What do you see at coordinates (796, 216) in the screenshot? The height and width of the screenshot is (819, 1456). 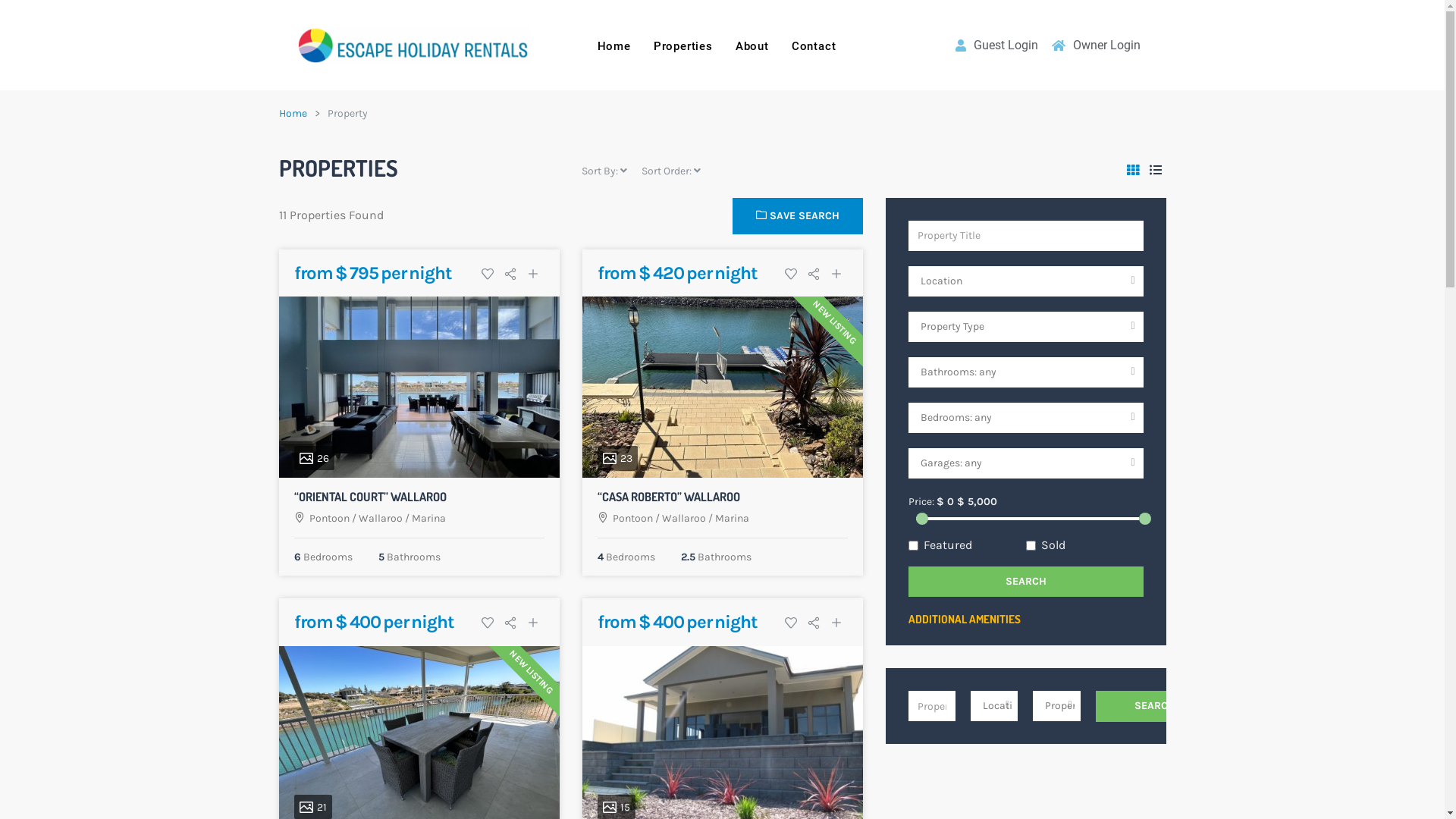 I see `'SAVE SEARCH'` at bounding box center [796, 216].